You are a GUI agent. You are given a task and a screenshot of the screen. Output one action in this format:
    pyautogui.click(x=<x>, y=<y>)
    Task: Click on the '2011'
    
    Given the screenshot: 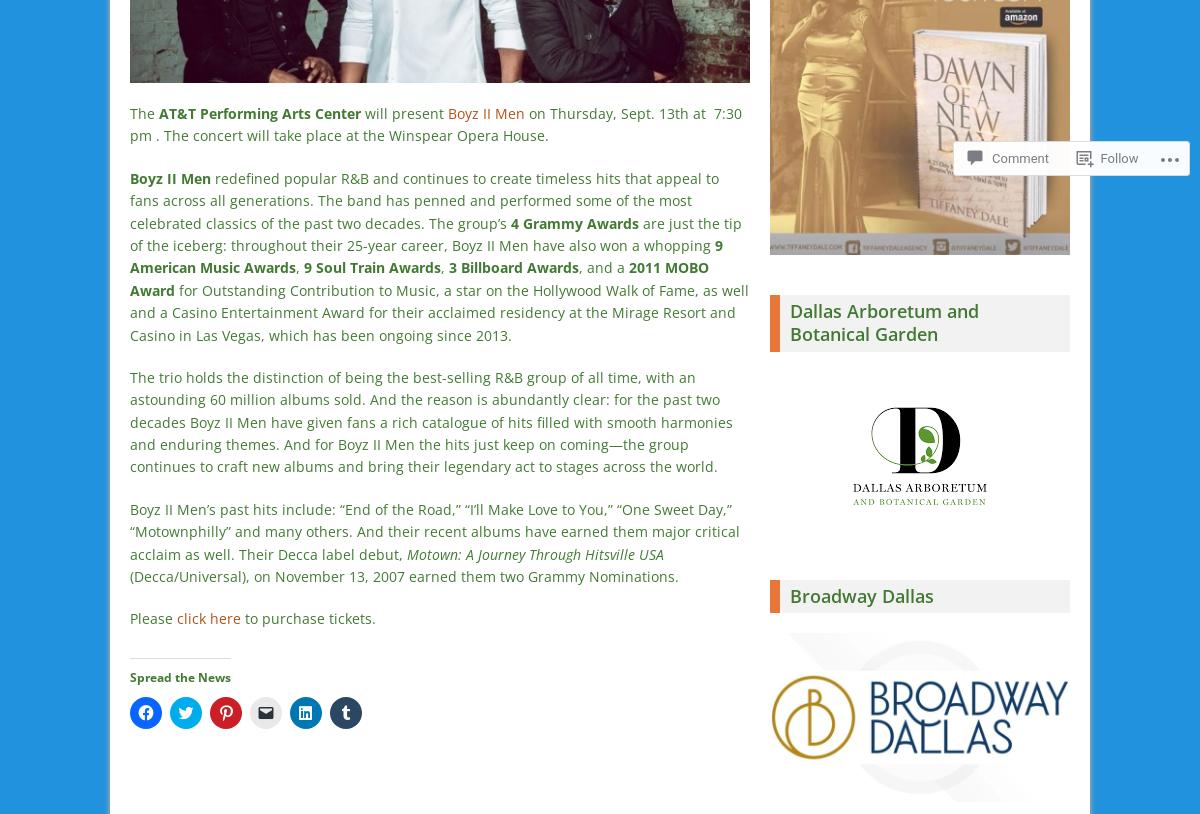 What is the action you would take?
    pyautogui.click(x=647, y=267)
    